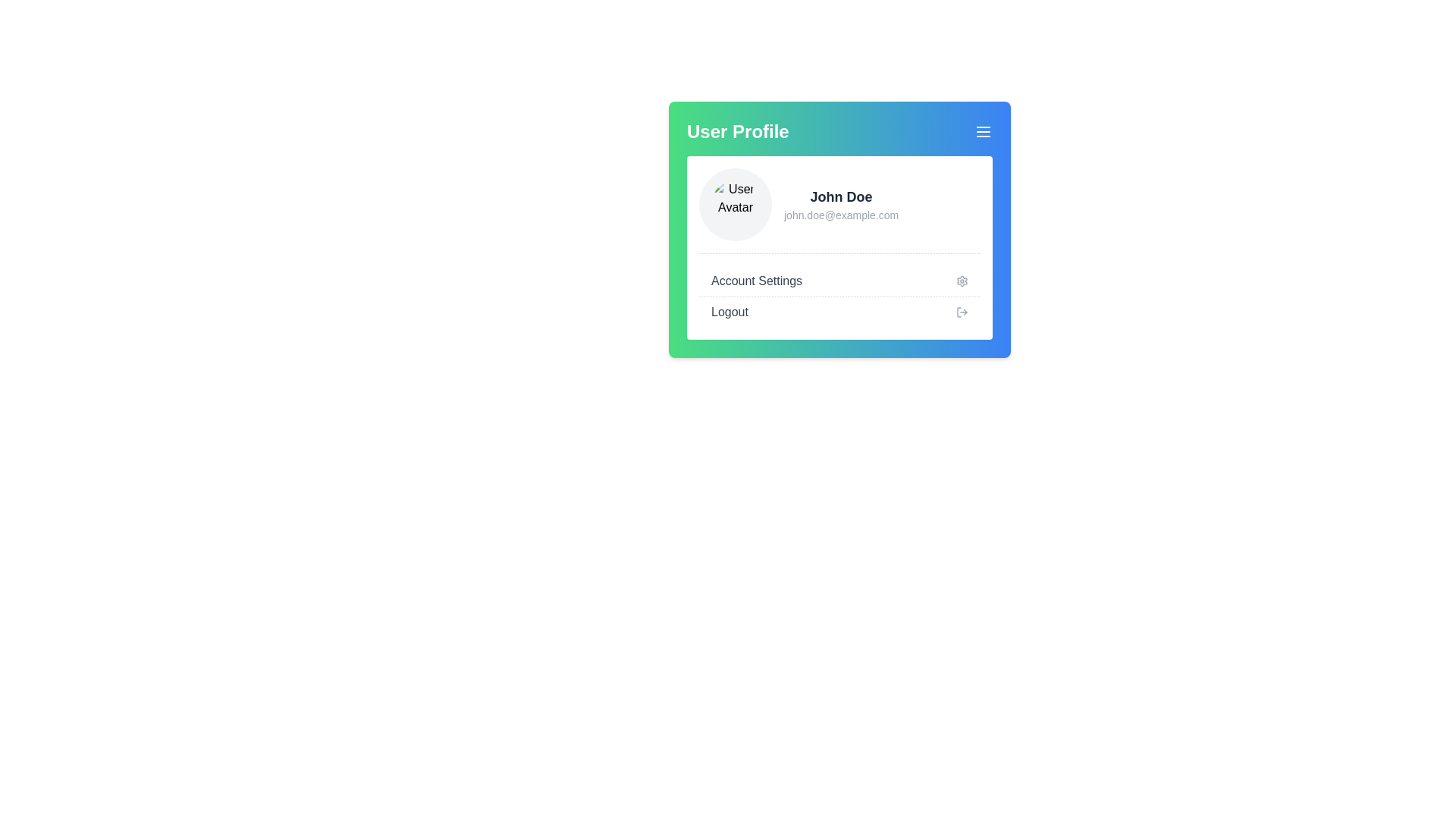 Image resolution: width=1456 pixels, height=819 pixels. I want to click on the 'Account Settings' option in the menu list, so click(839, 297).